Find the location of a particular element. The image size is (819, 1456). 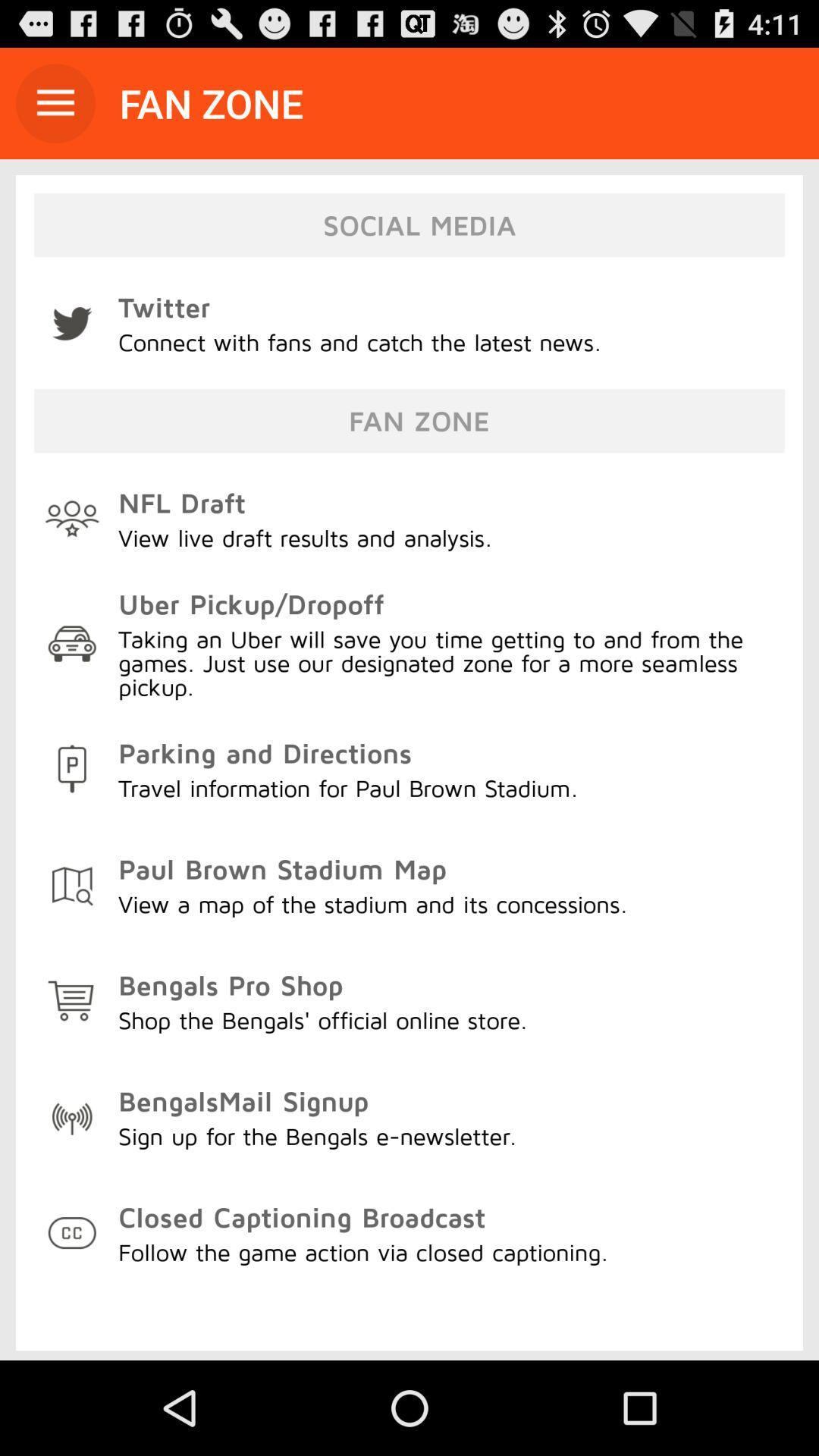

favorite is located at coordinates (55, 102).